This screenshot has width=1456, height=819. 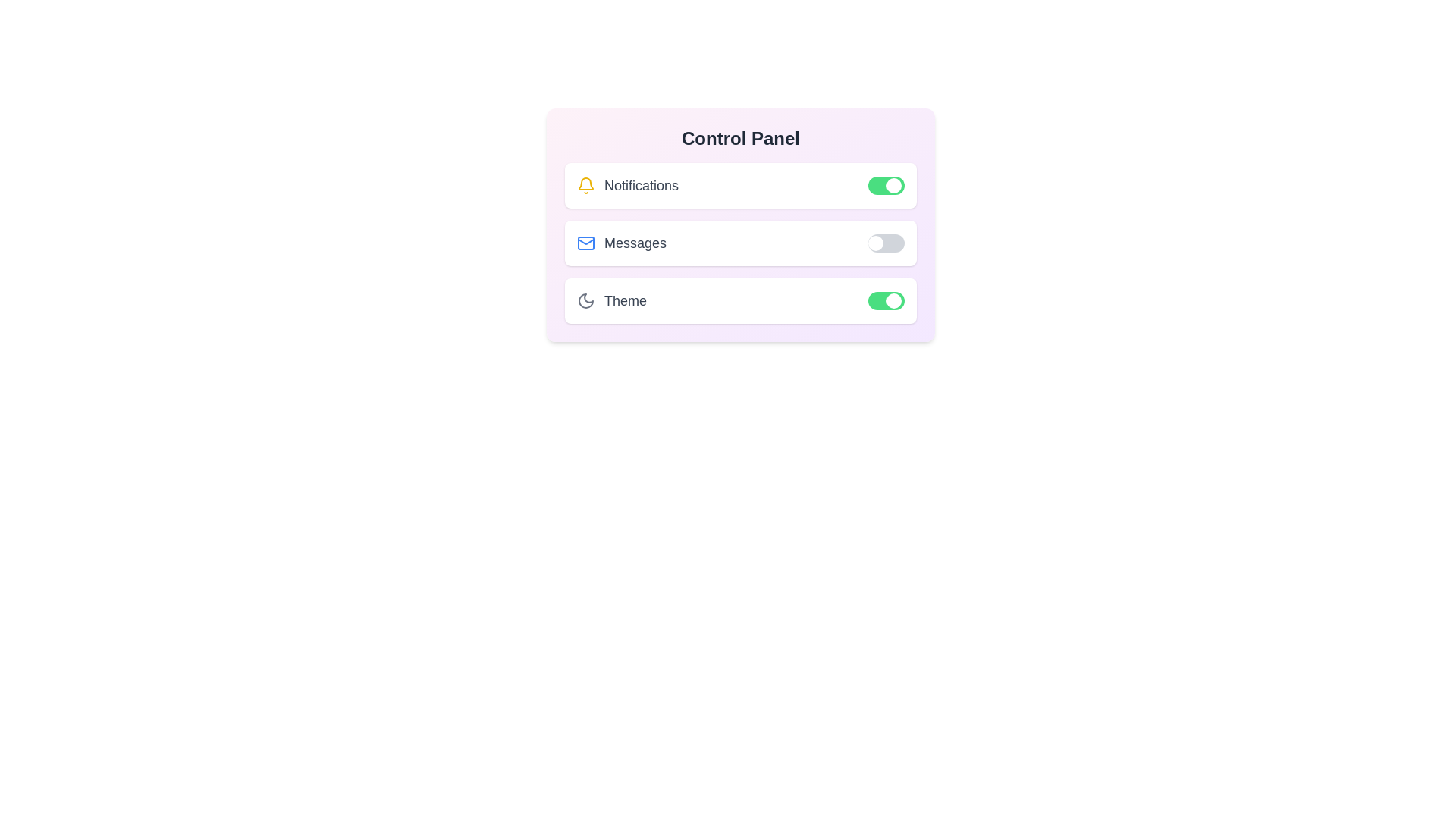 I want to click on the 'Theme' text label, which is styled with a medium font size and grayish text color, located in the bottommost setting row of the 'Control Panel' interface, so click(x=626, y=301).